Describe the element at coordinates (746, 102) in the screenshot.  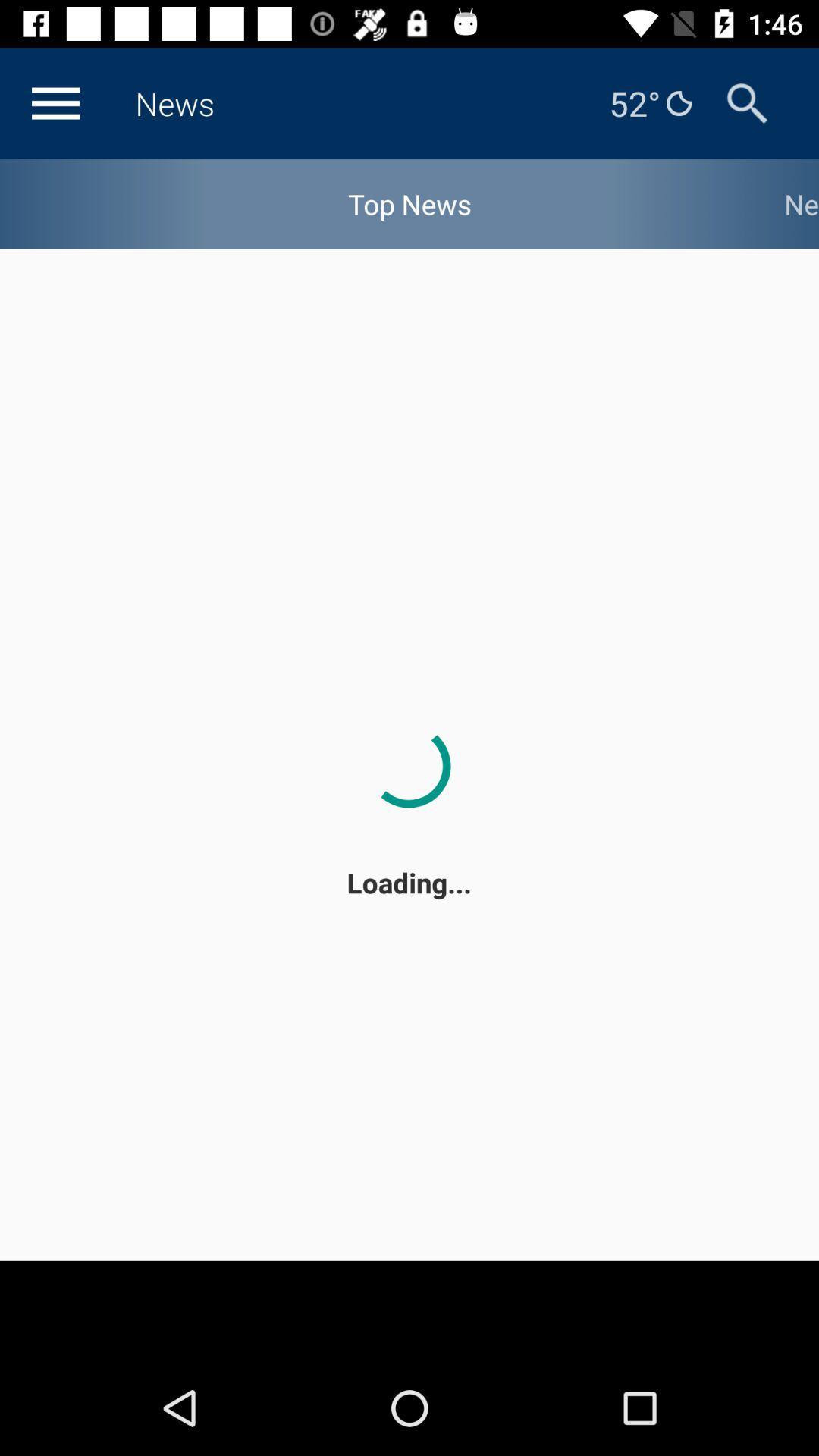
I see `the search icon` at that location.